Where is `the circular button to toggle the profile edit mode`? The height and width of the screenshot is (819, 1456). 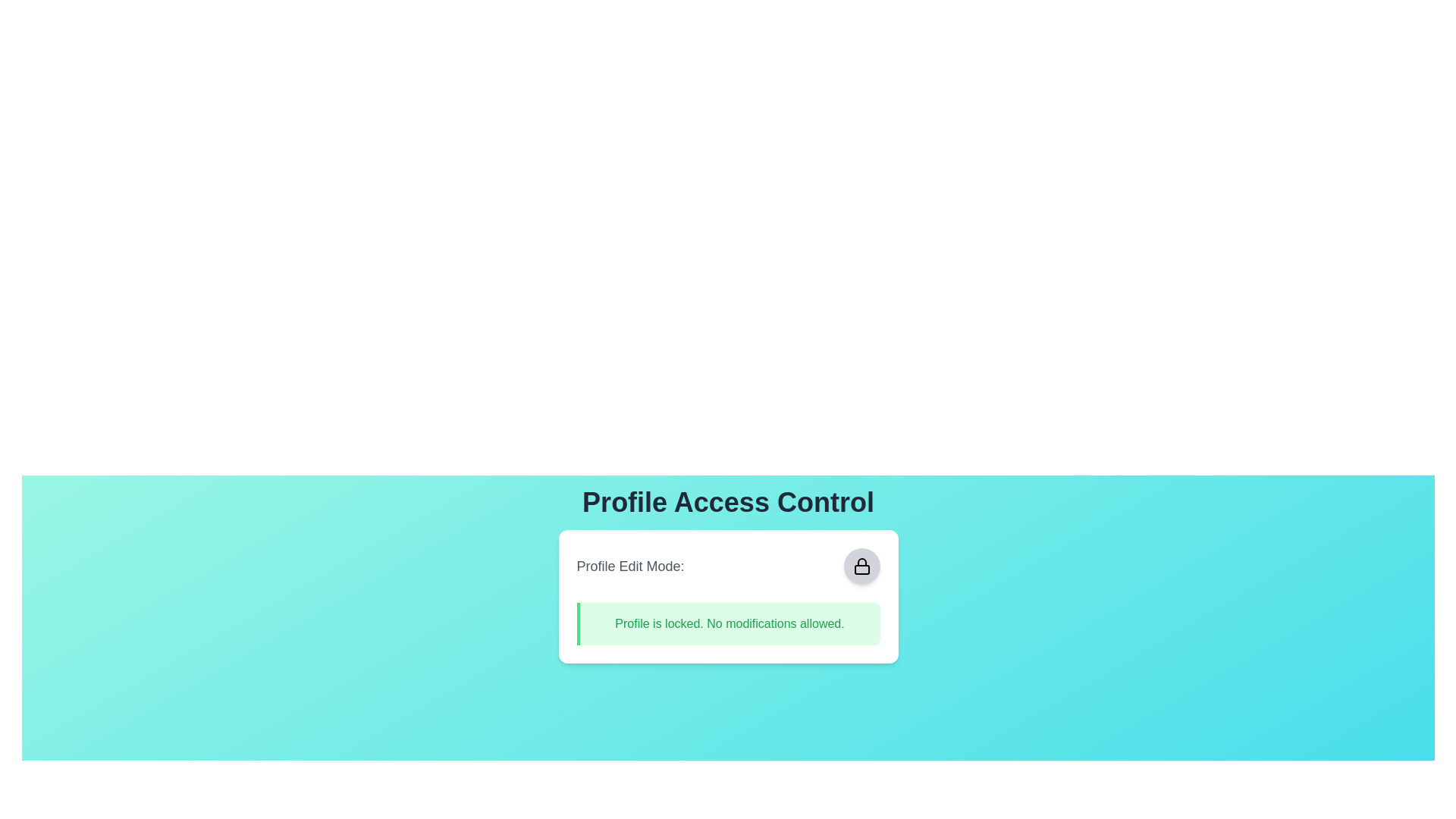
the circular button to toggle the profile edit mode is located at coordinates (861, 566).